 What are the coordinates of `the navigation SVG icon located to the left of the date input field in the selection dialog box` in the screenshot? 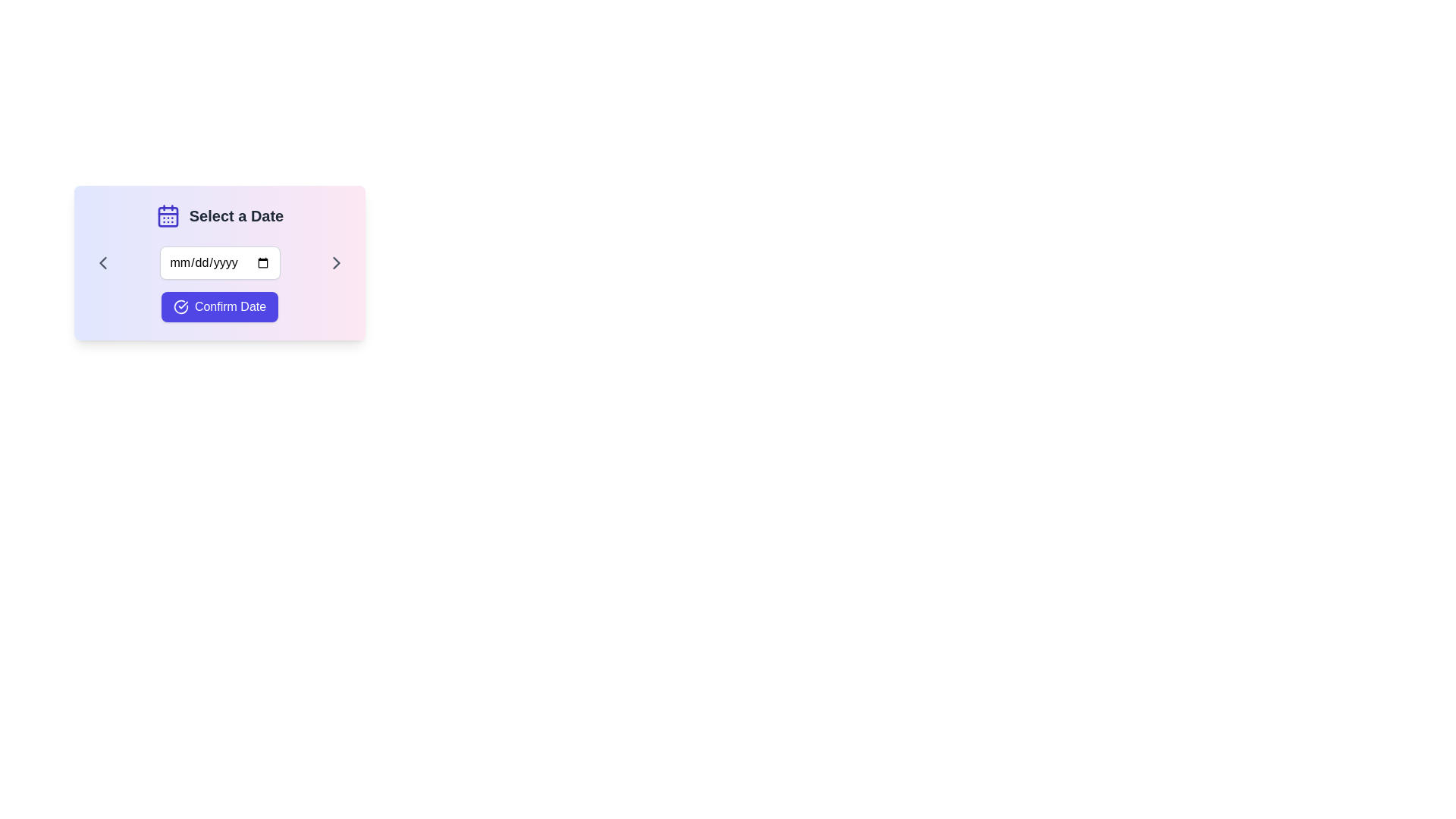 It's located at (102, 262).